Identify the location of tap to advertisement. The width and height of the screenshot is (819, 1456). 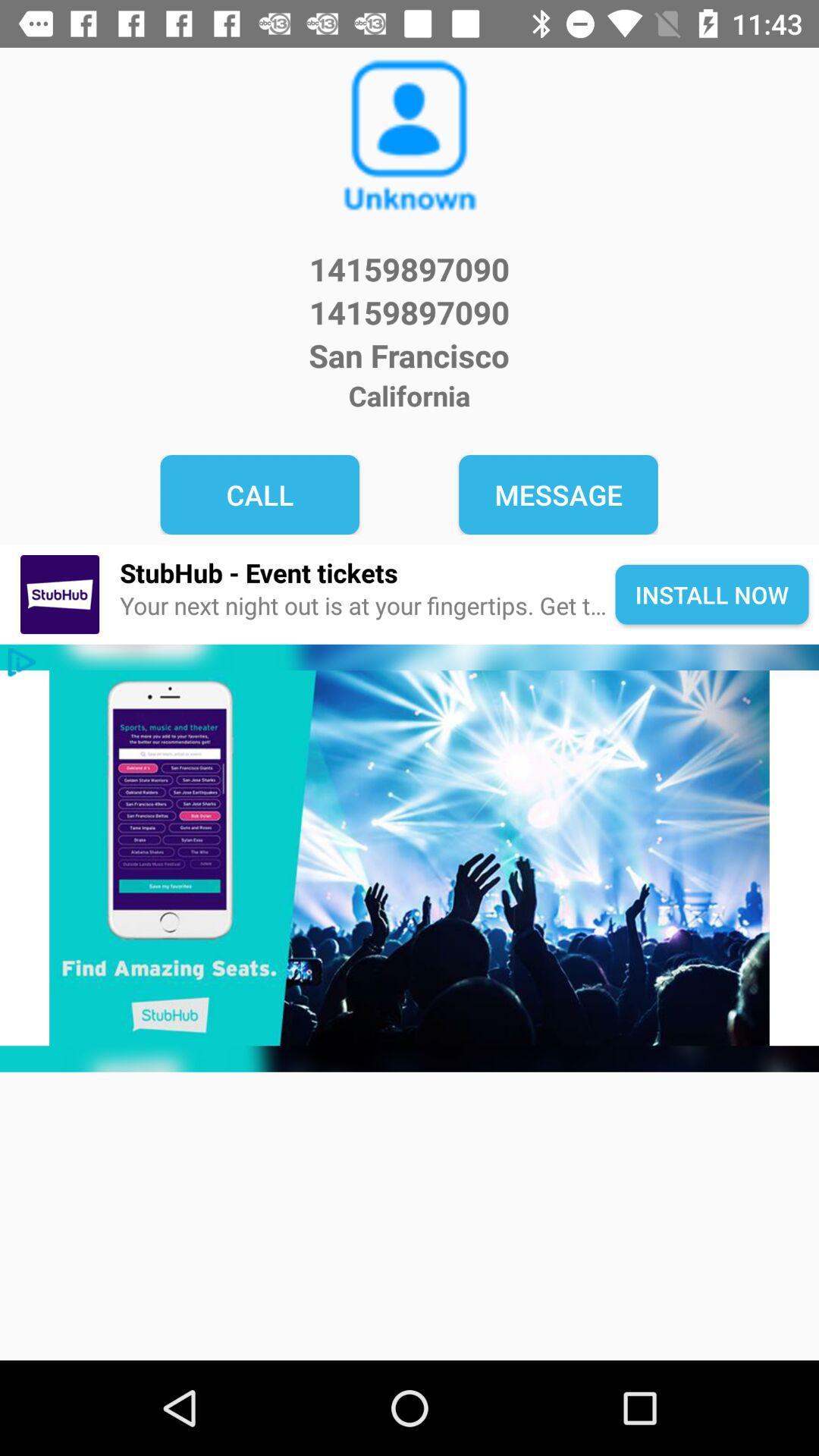
(409, 858).